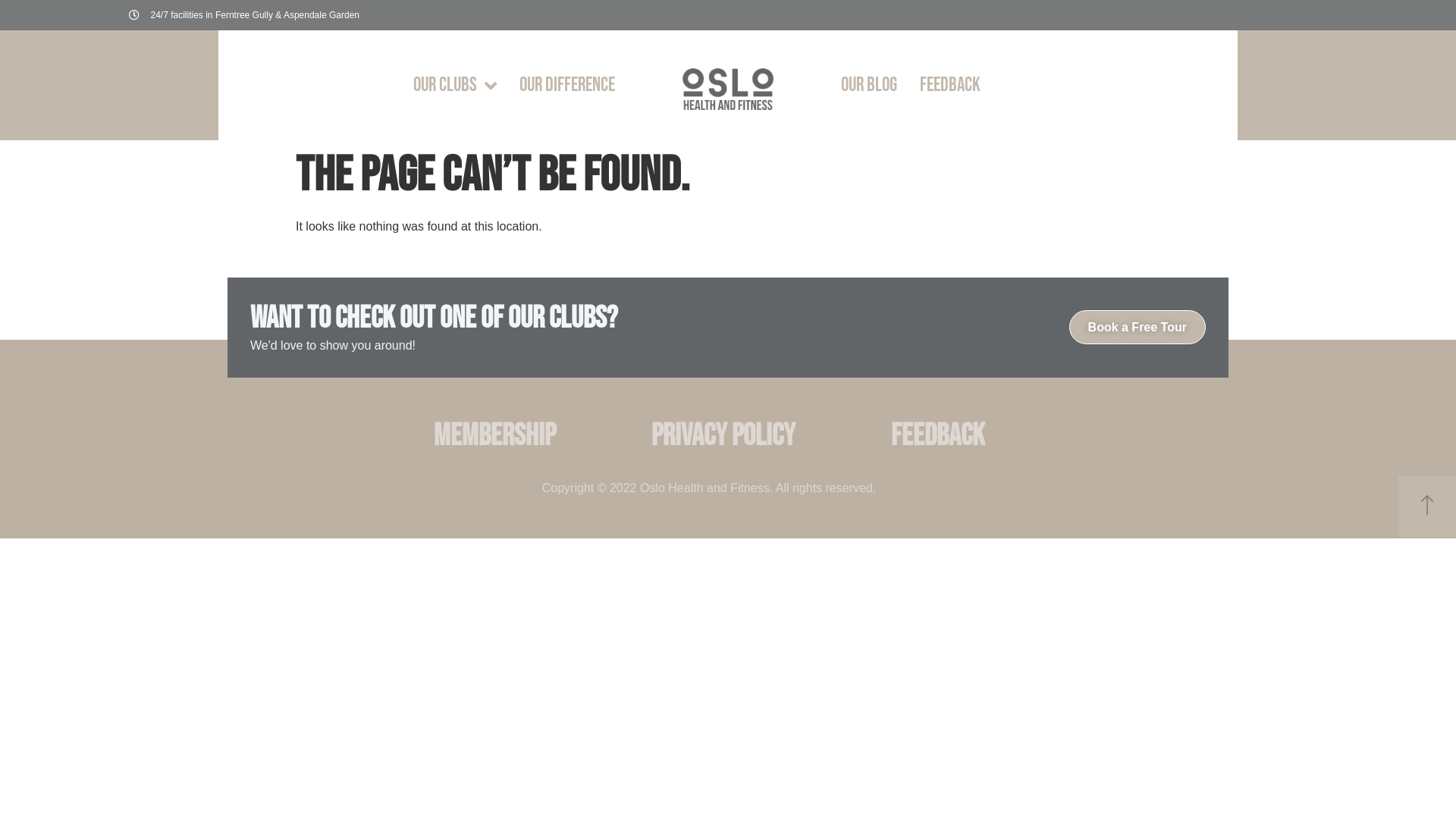 This screenshot has height=819, width=1456. I want to click on 'Privacy Policy', so click(633, 435).